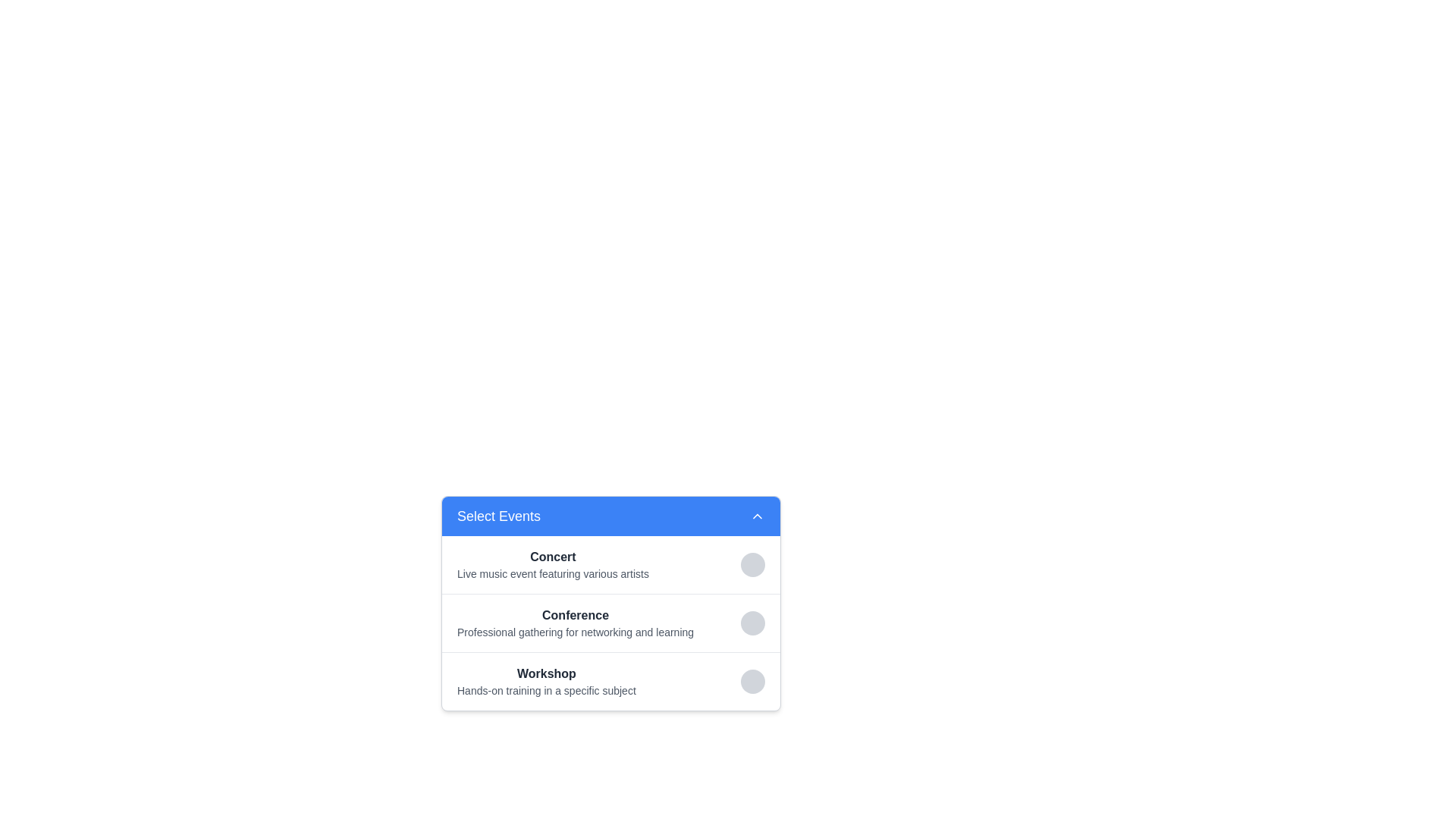 The image size is (1456, 819). What do you see at coordinates (753, 623) in the screenshot?
I see `the button located to the right side of the 'Conference' event in the vertical list of event options` at bounding box center [753, 623].